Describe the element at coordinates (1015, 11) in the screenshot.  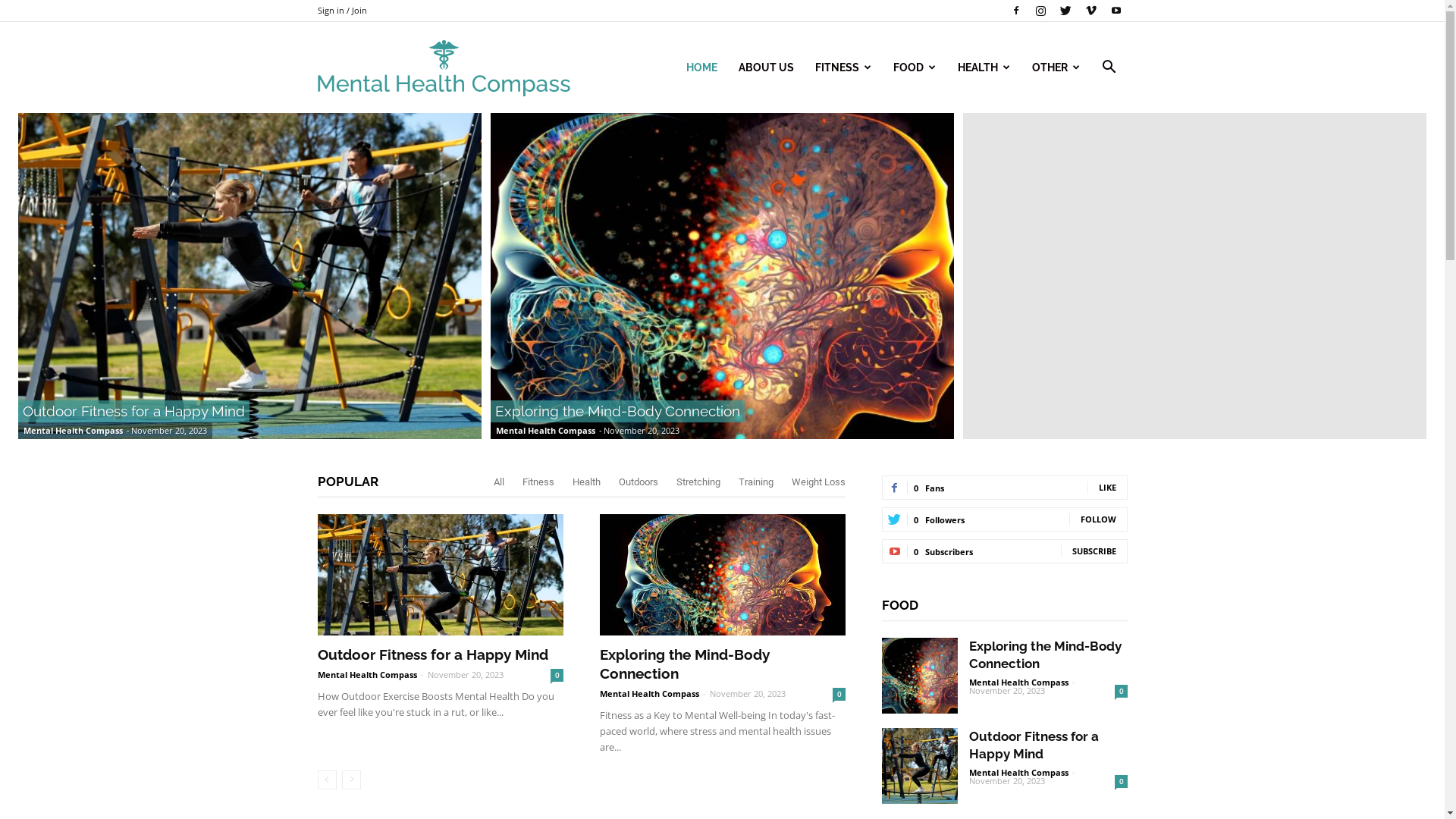
I see `'Facebook'` at that location.